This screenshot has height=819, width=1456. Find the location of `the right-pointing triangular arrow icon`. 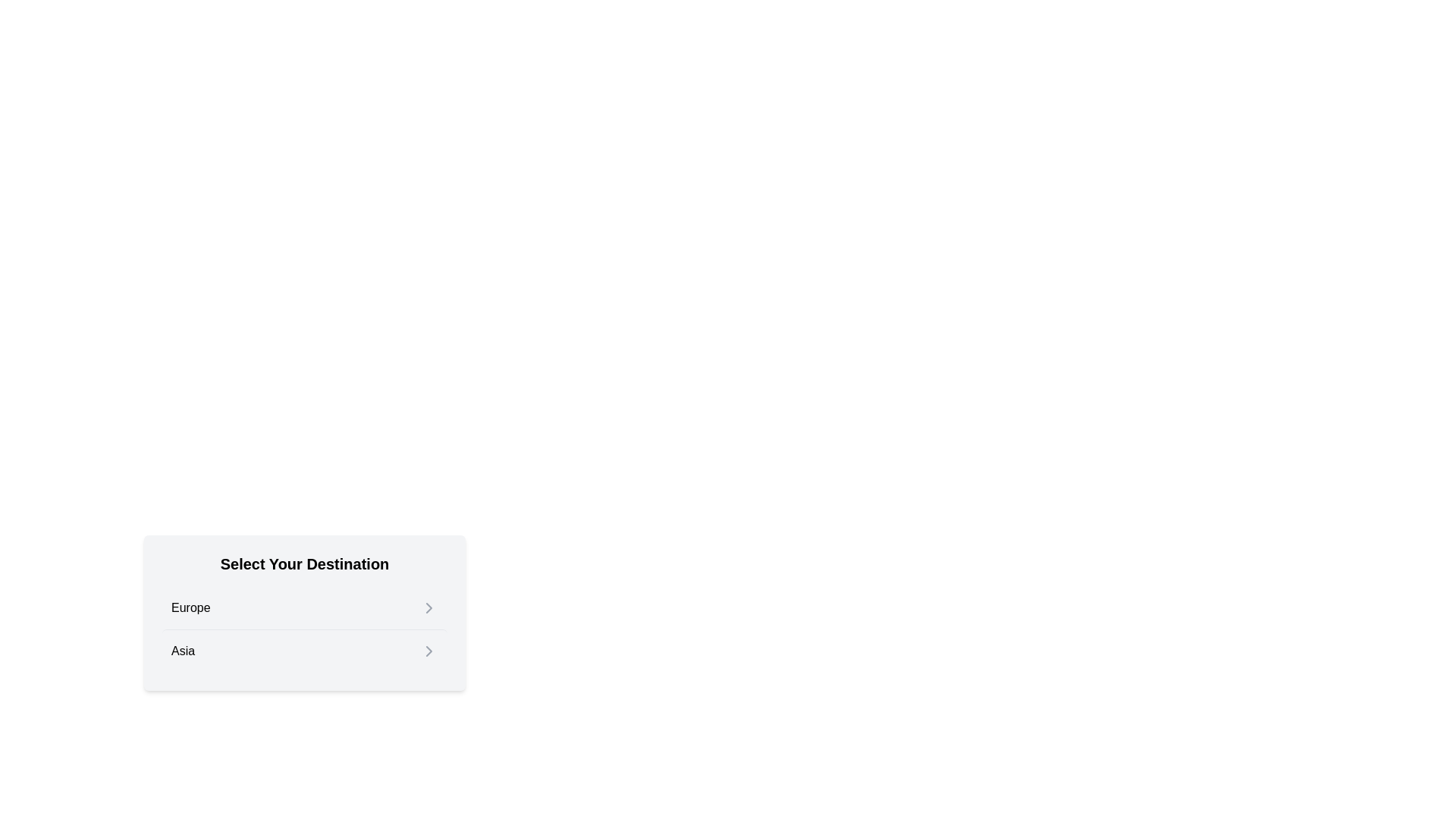

the right-pointing triangular arrow icon is located at coordinates (428, 607).